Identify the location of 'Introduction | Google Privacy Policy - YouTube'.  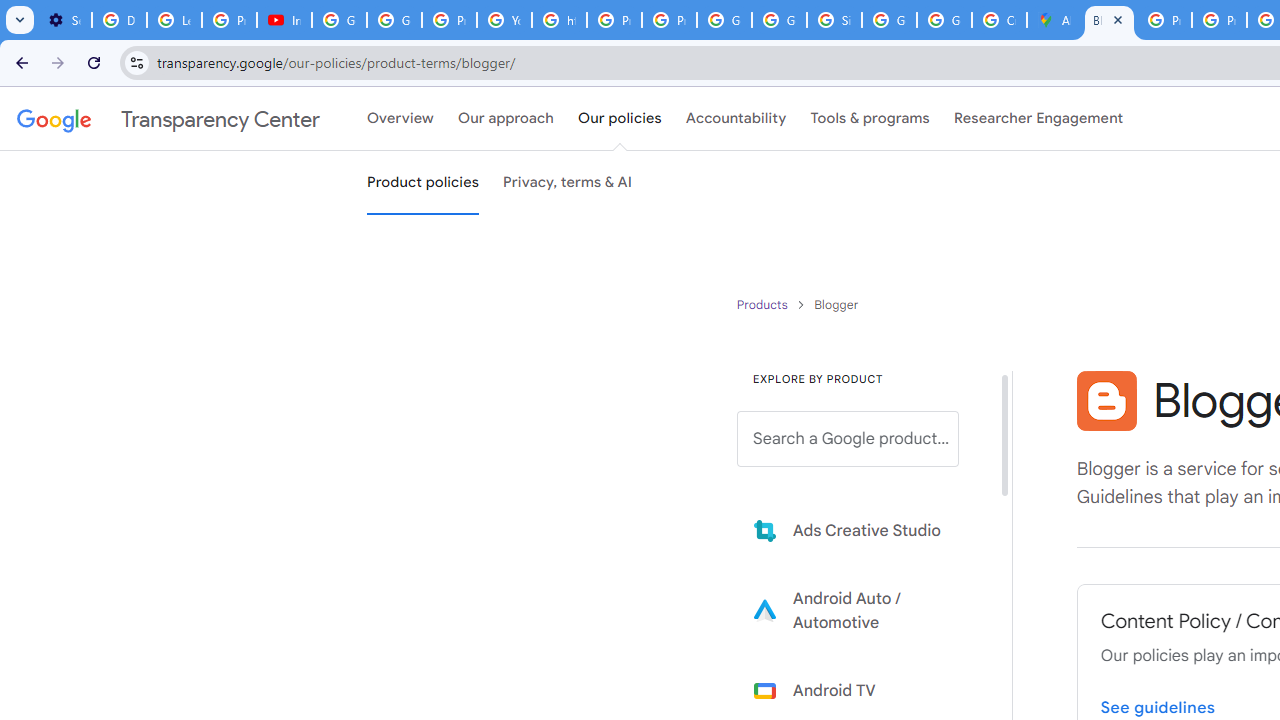
(283, 20).